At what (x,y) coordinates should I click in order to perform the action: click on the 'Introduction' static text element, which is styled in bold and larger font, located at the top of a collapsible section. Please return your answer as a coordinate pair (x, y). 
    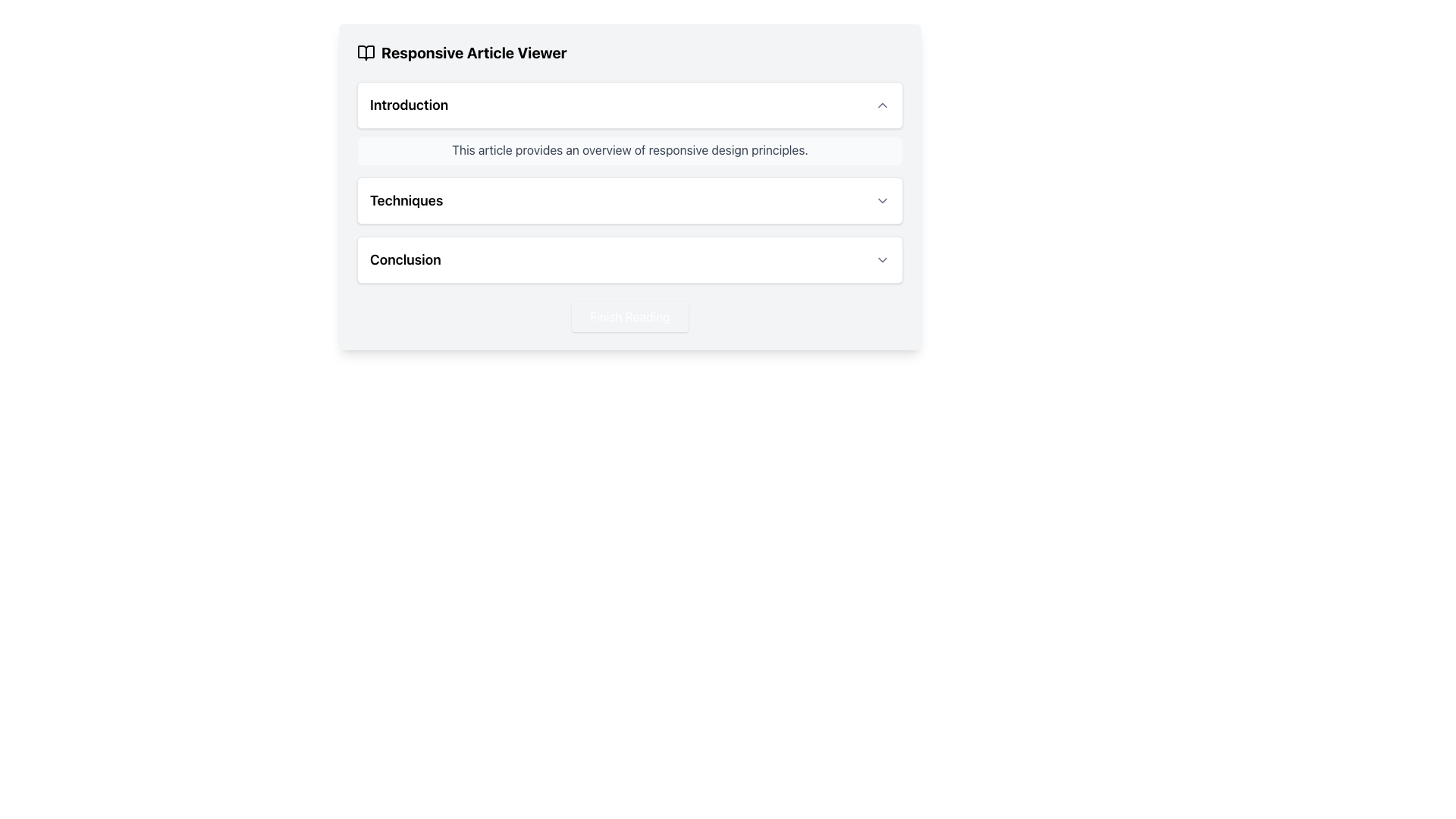
    Looking at the image, I should click on (409, 104).